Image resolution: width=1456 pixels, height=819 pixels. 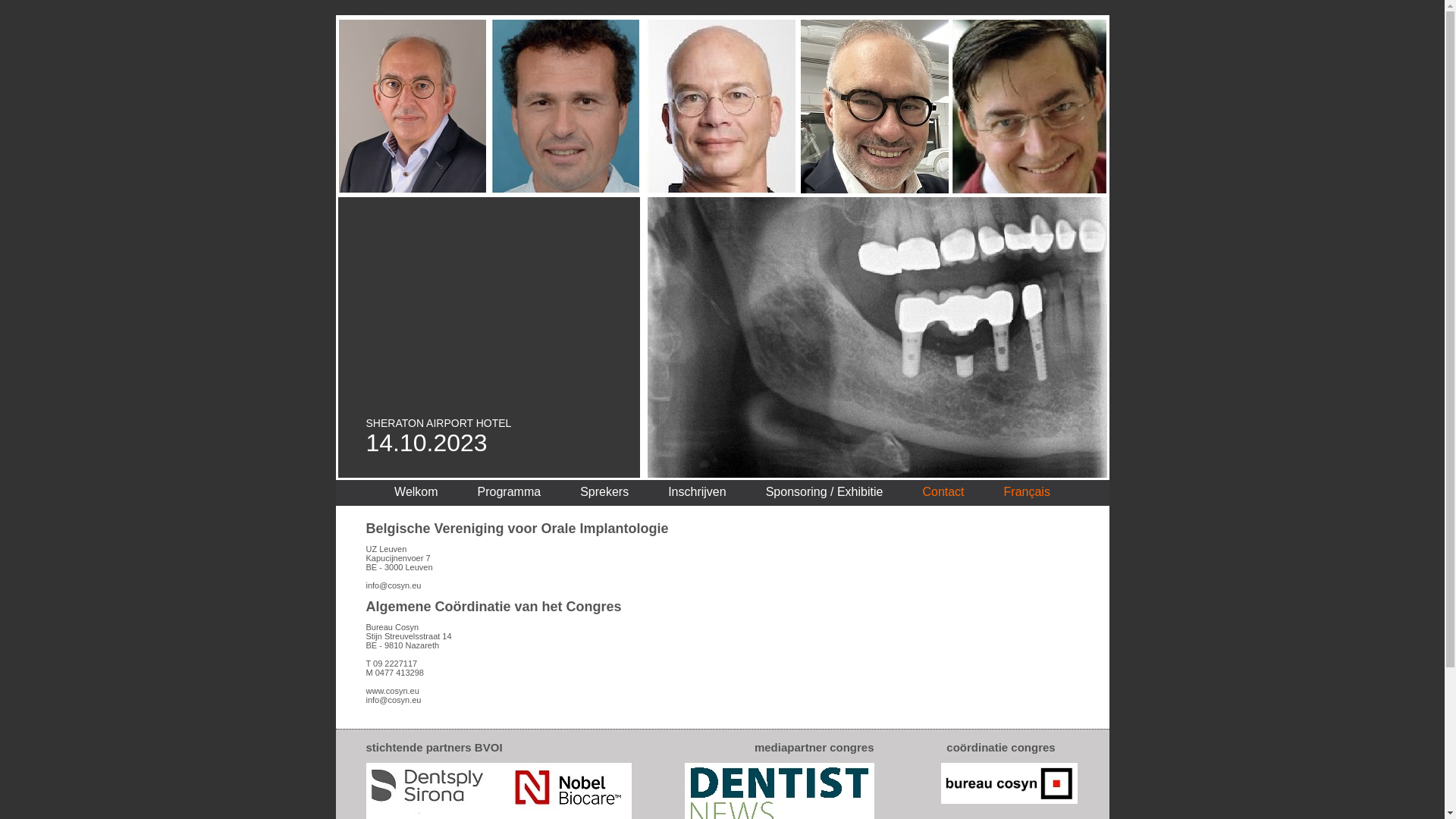 What do you see at coordinates (942, 491) in the screenshot?
I see `'Contact'` at bounding box center [942, 491].